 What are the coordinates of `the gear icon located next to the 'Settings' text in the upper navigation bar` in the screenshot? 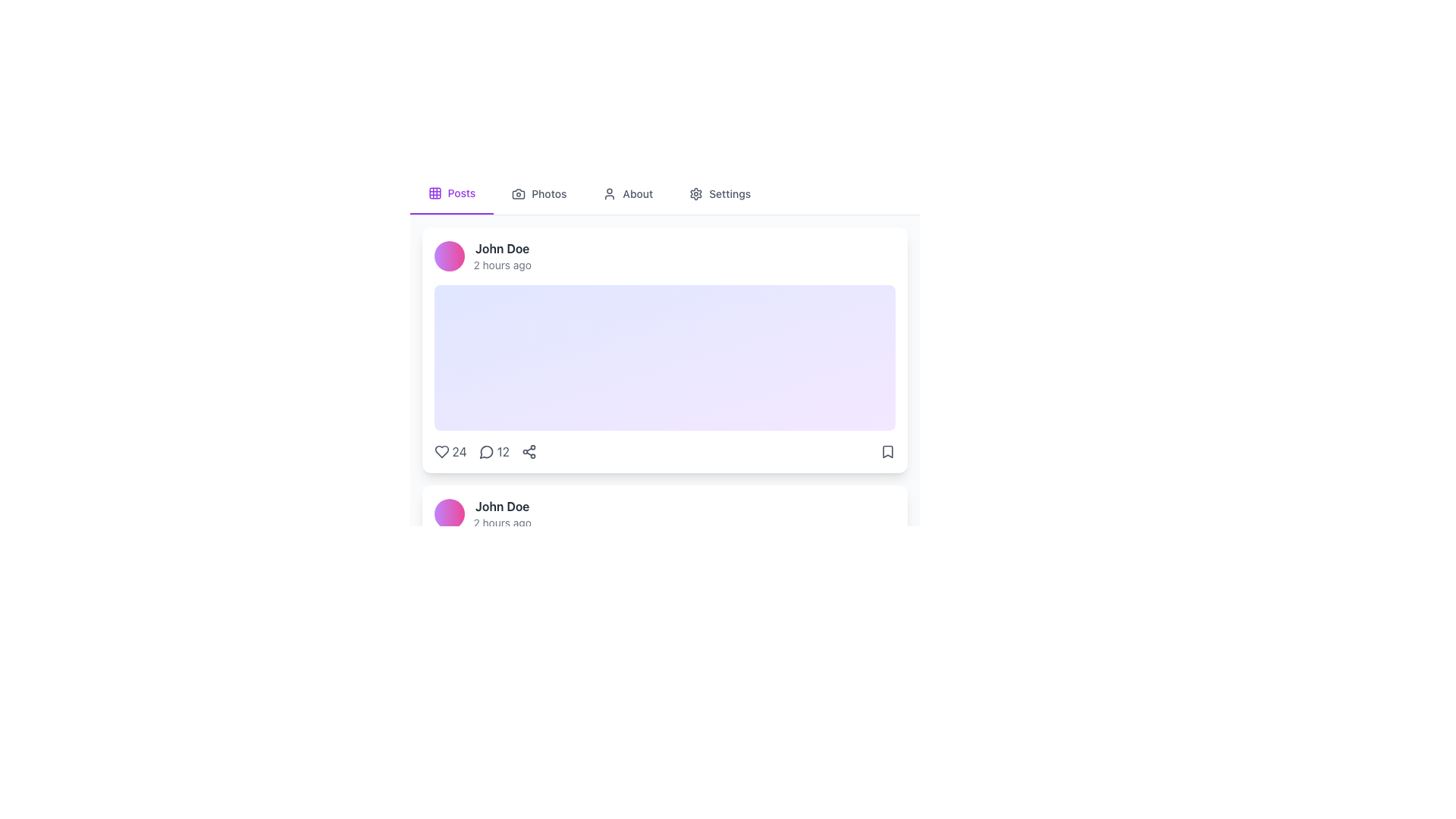 It's located at (695, 193).